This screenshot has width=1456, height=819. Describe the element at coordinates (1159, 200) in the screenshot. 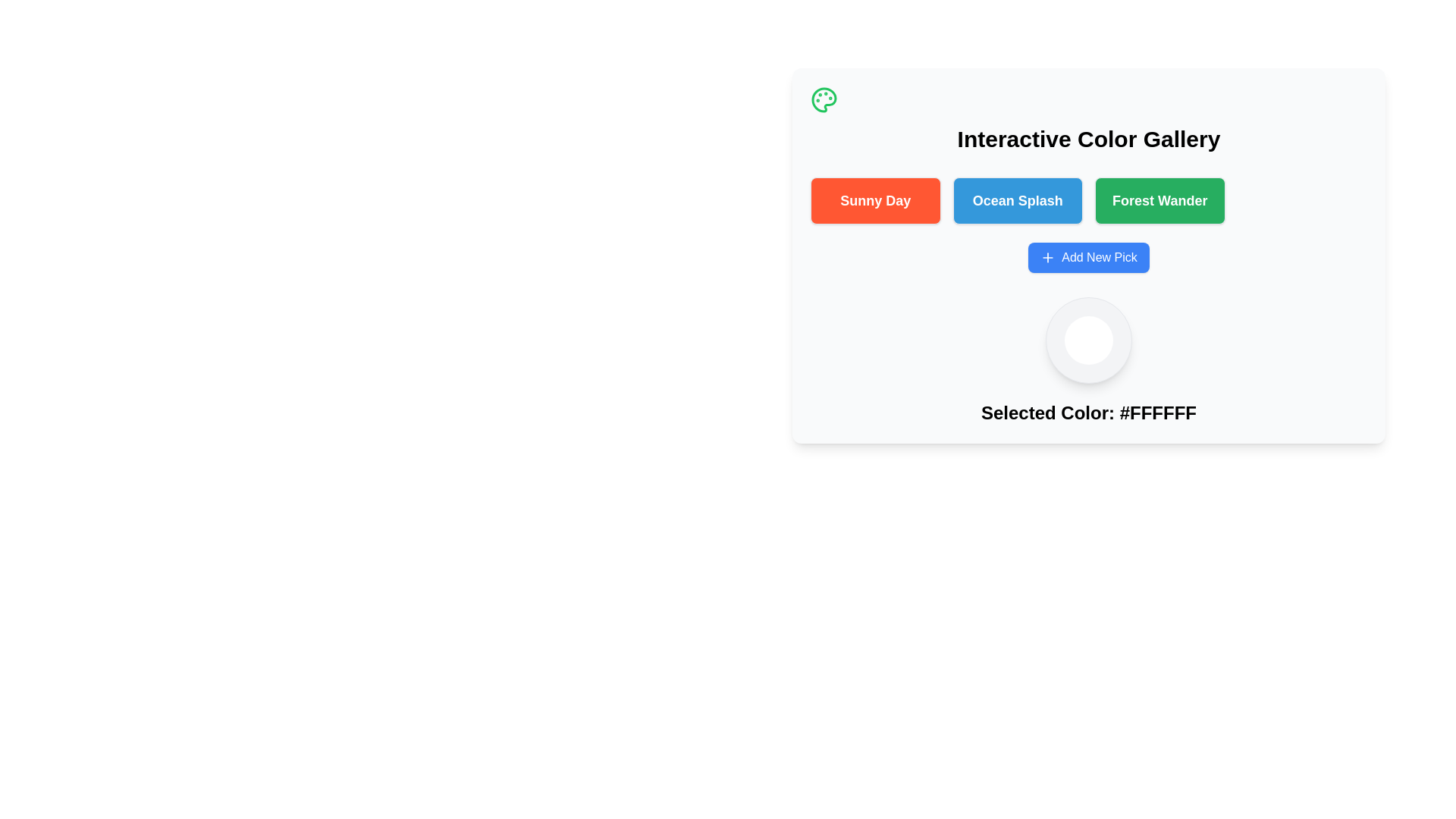

I see `the 'Forest Wander' button, which is a green rectangular button with rounded corners and bold white text, to trigger any hover effects or tooltips` at that location.